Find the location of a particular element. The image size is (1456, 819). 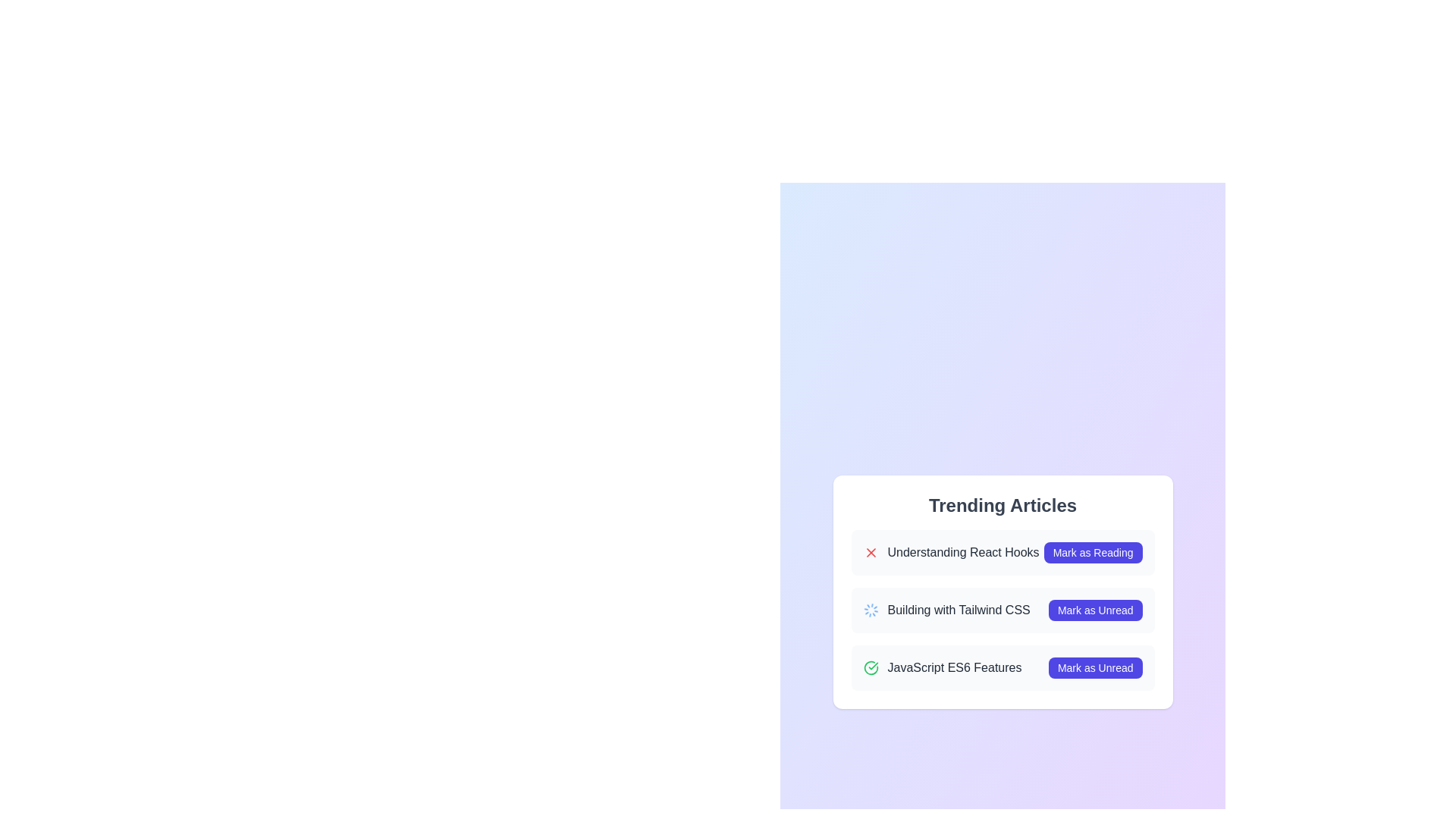

the spinner animation indicating an ongoing process for the list item labeled 'Building with Tailwind CSS' which is part of the 'Trending Articles' section is located at coordinates (1003, 610).